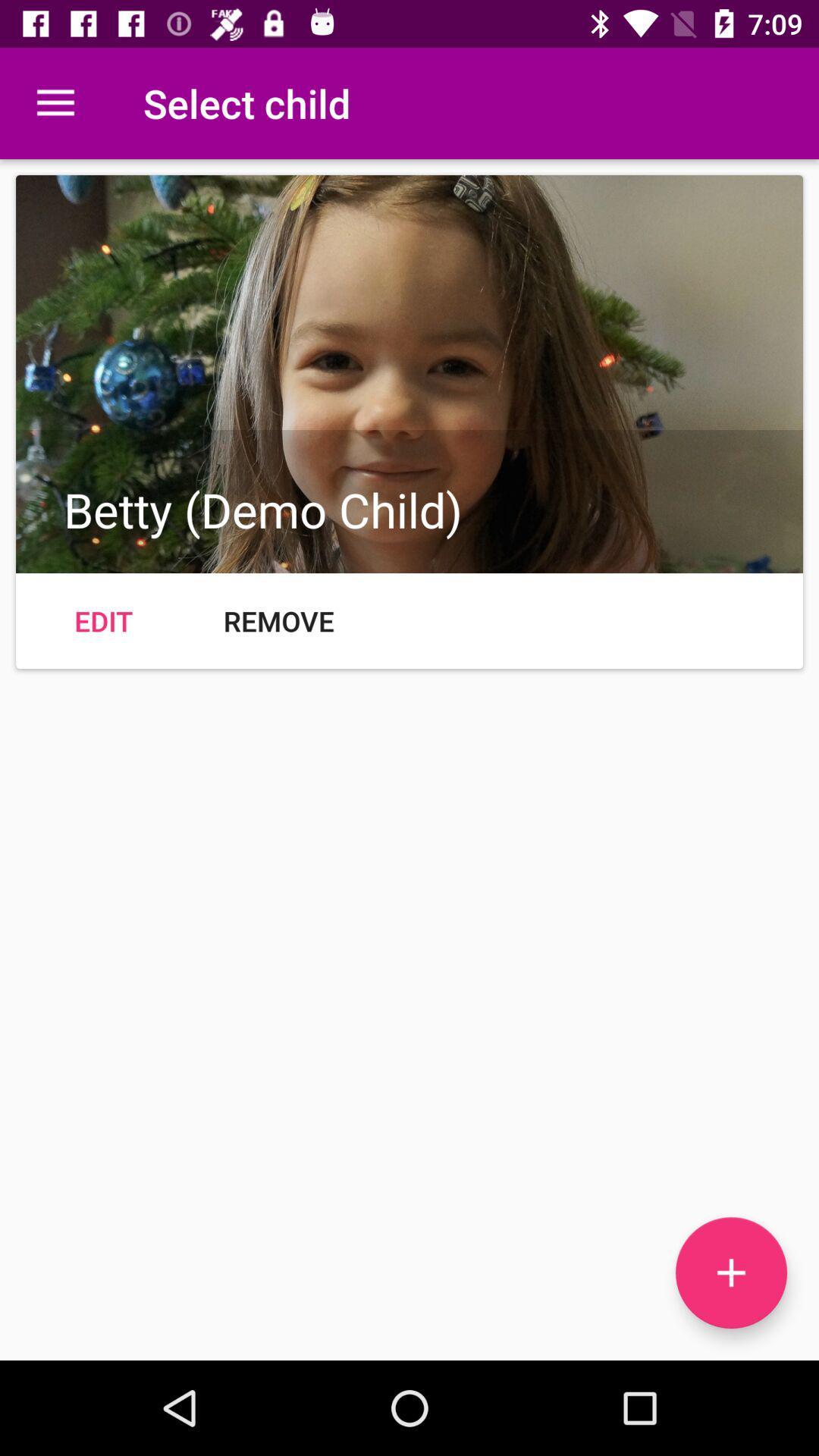 The width and height of the screenshot is (819, 1456). I want to click on the item to the left of remove item, so click(102, 621).